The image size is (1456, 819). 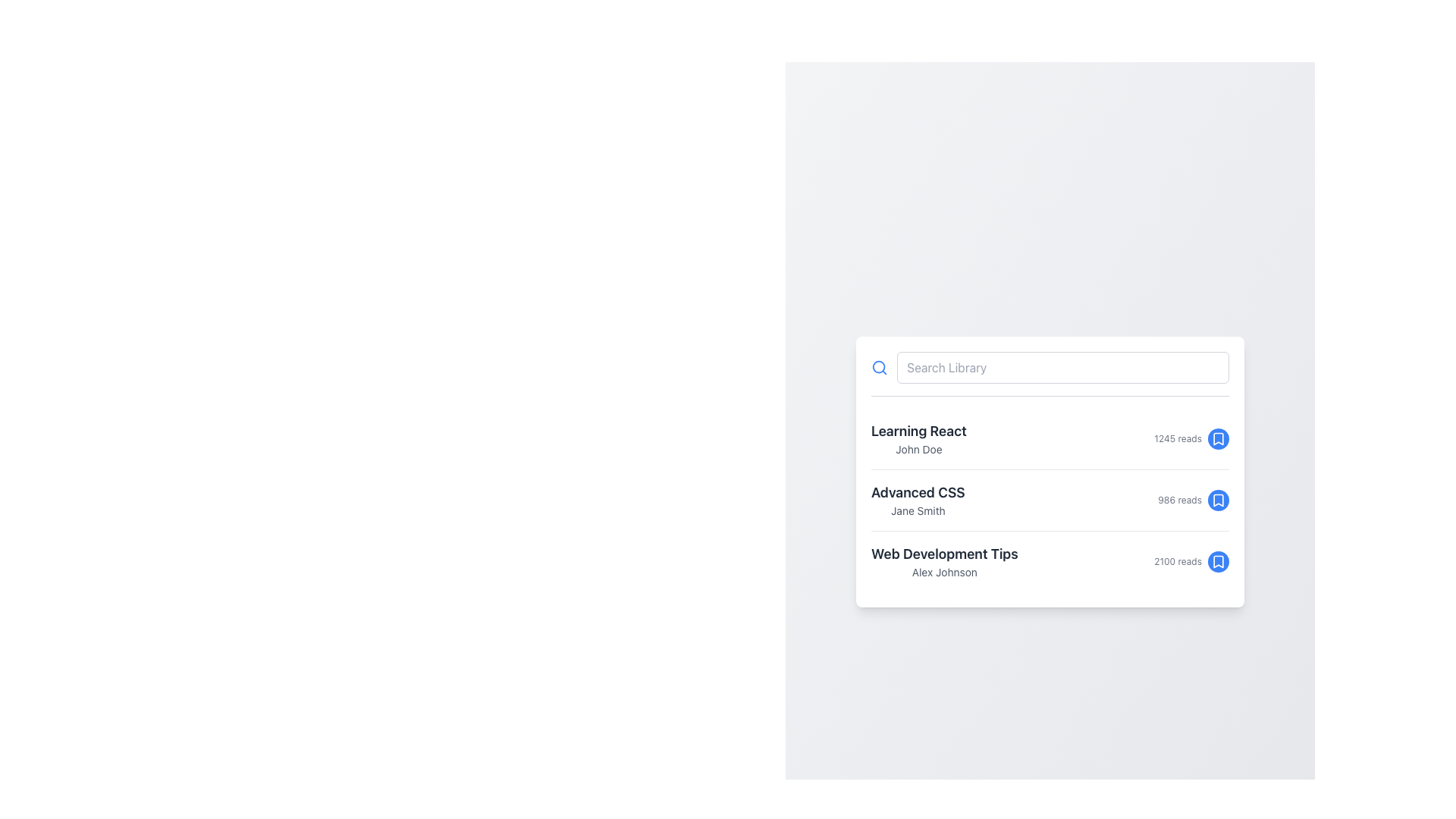 What do you see at coordinates (1219, 500) in the screenshot?
I see `the Bookmark Icon next to the 'Advanced CSS' list item to bookmark the item for later reference` at bounding box center [1219, 500].